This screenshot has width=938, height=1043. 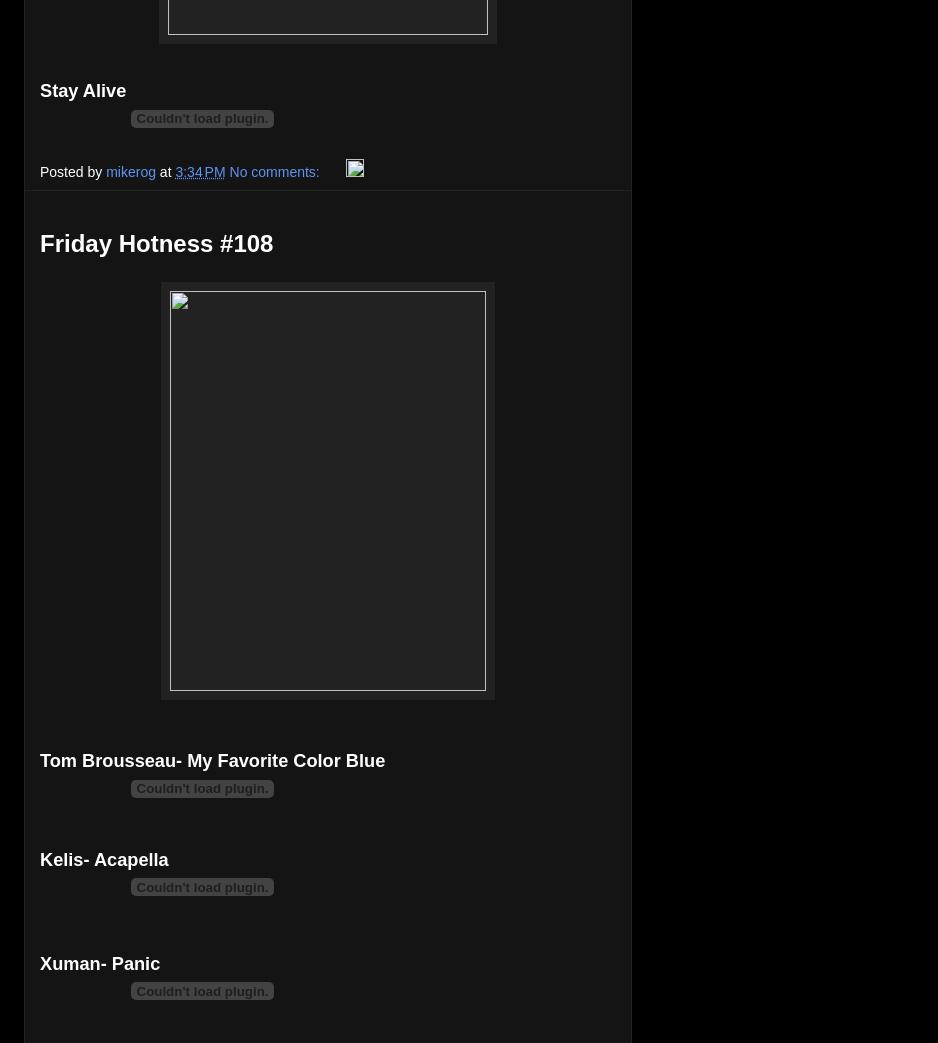 What do you see at coordinates (166, 170) in the screenshot?
I see `'at'` at bounding box center [166, 170].